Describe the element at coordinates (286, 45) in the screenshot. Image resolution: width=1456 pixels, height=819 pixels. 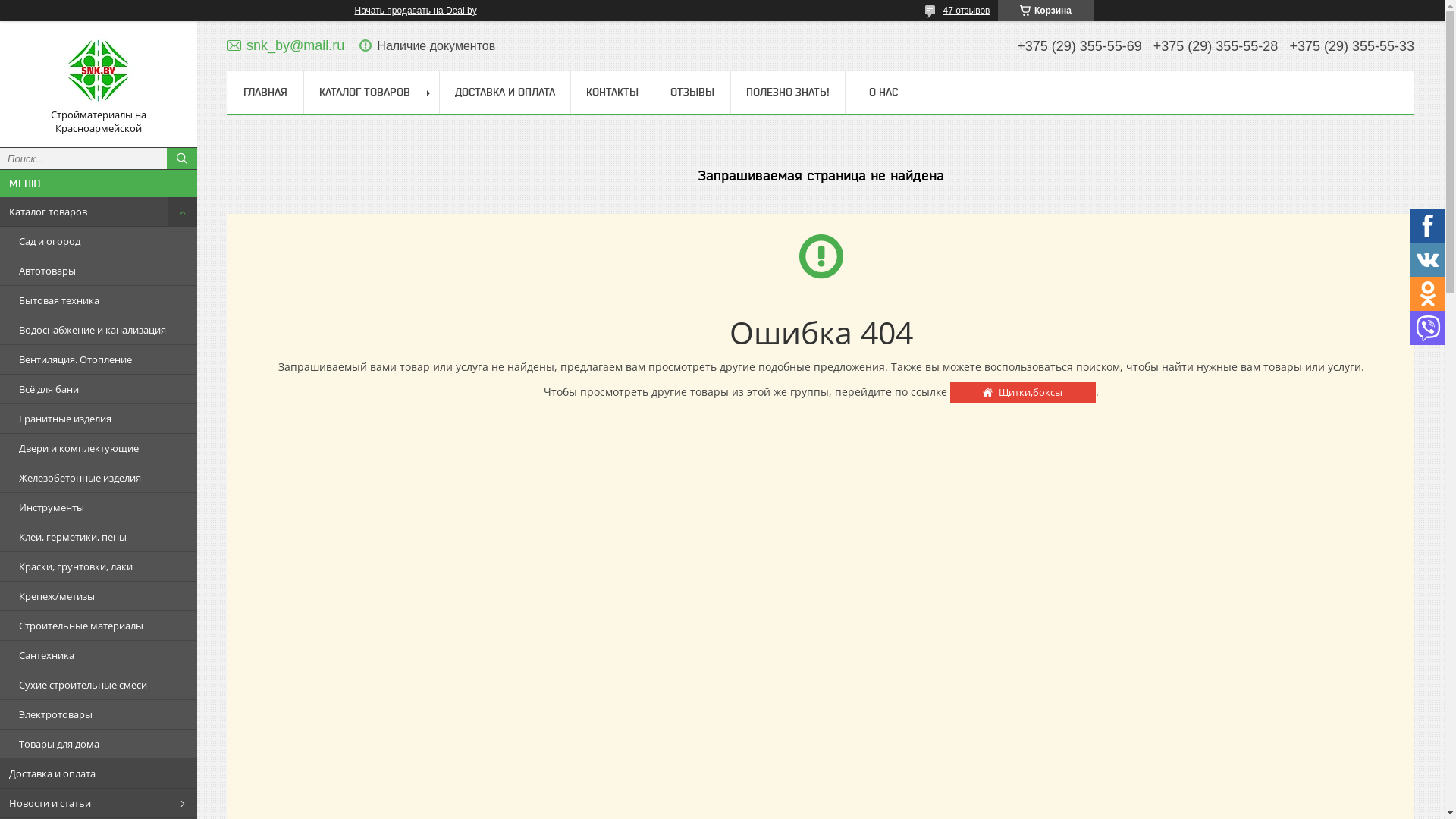
I see `'snk_by@mail.ru'` at that location.